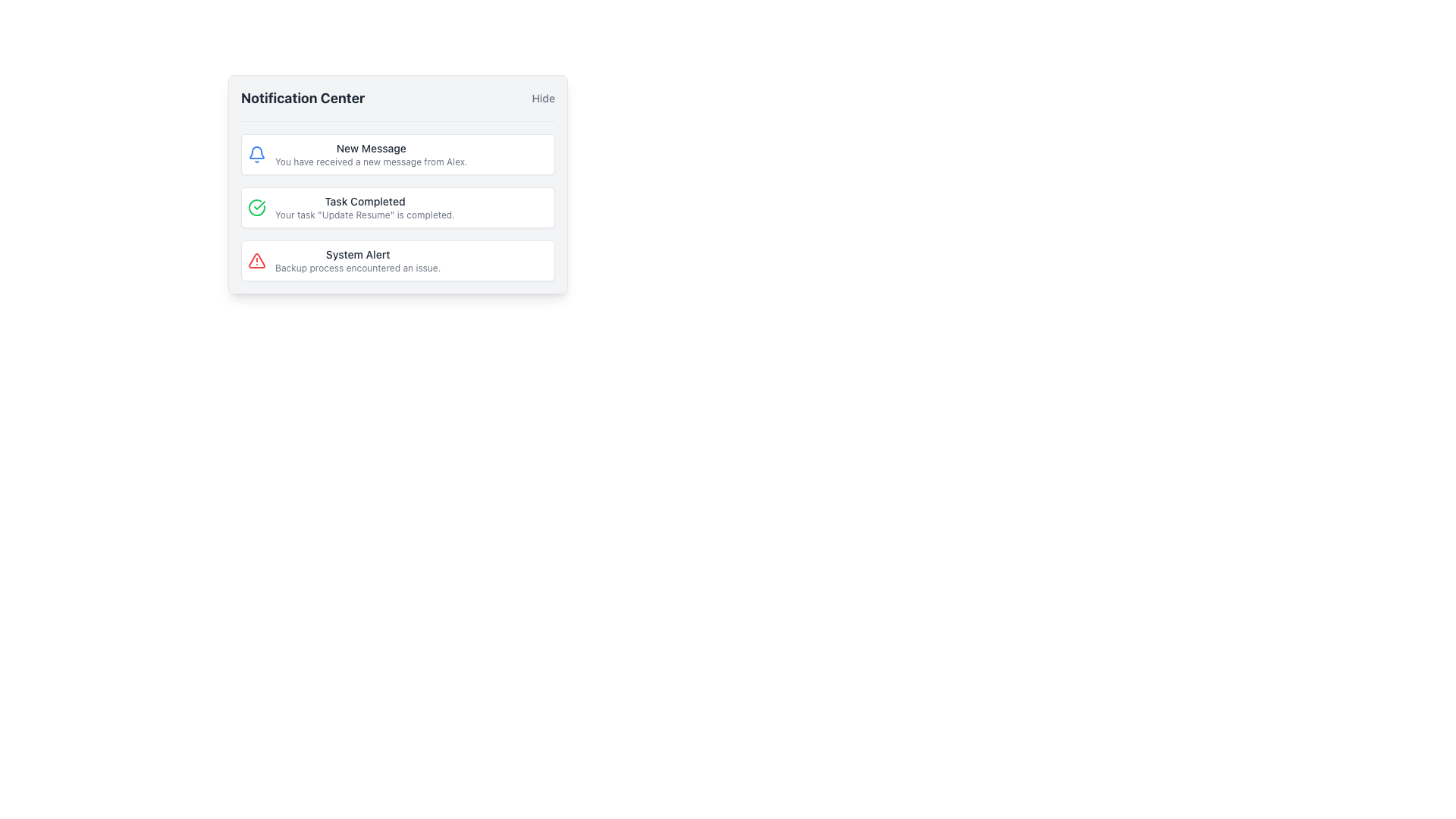 Image resolution: width=1456 pixels, height=819 pixels. What do you see at coordinates (257, 207) in the screenshot?
I see `the green circular icon with a checkmark indicating a completed task, located next to the text 'Task Completed' in the second notification item of the Notification Center` at bounding box center [257, 207].